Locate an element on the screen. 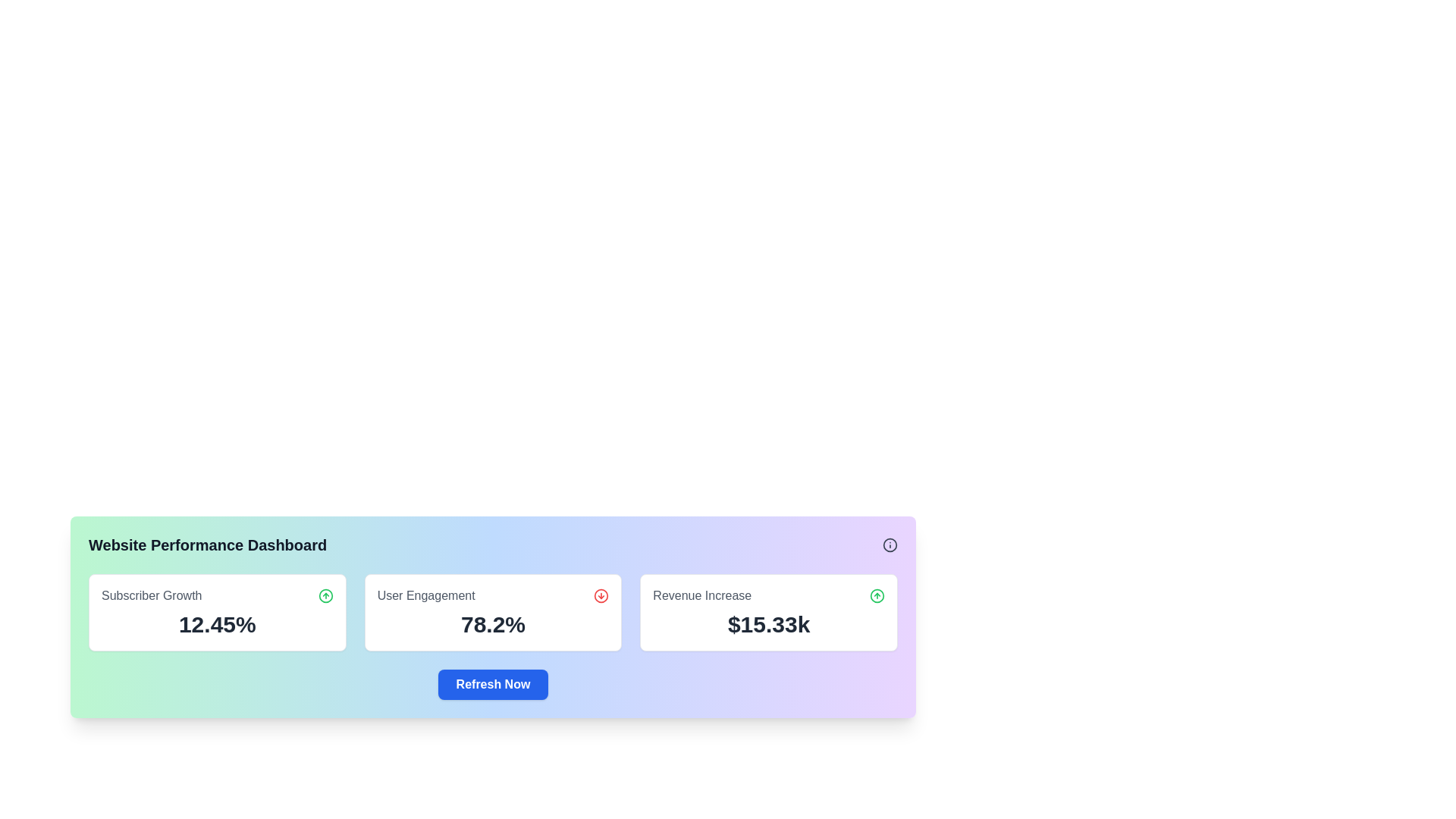  the metric displayed as '$15.33k' in bold typeface within the 'Revenue Increase' card, located in the bottom-right corner of the dashboard is located at coordinates (769, 625).